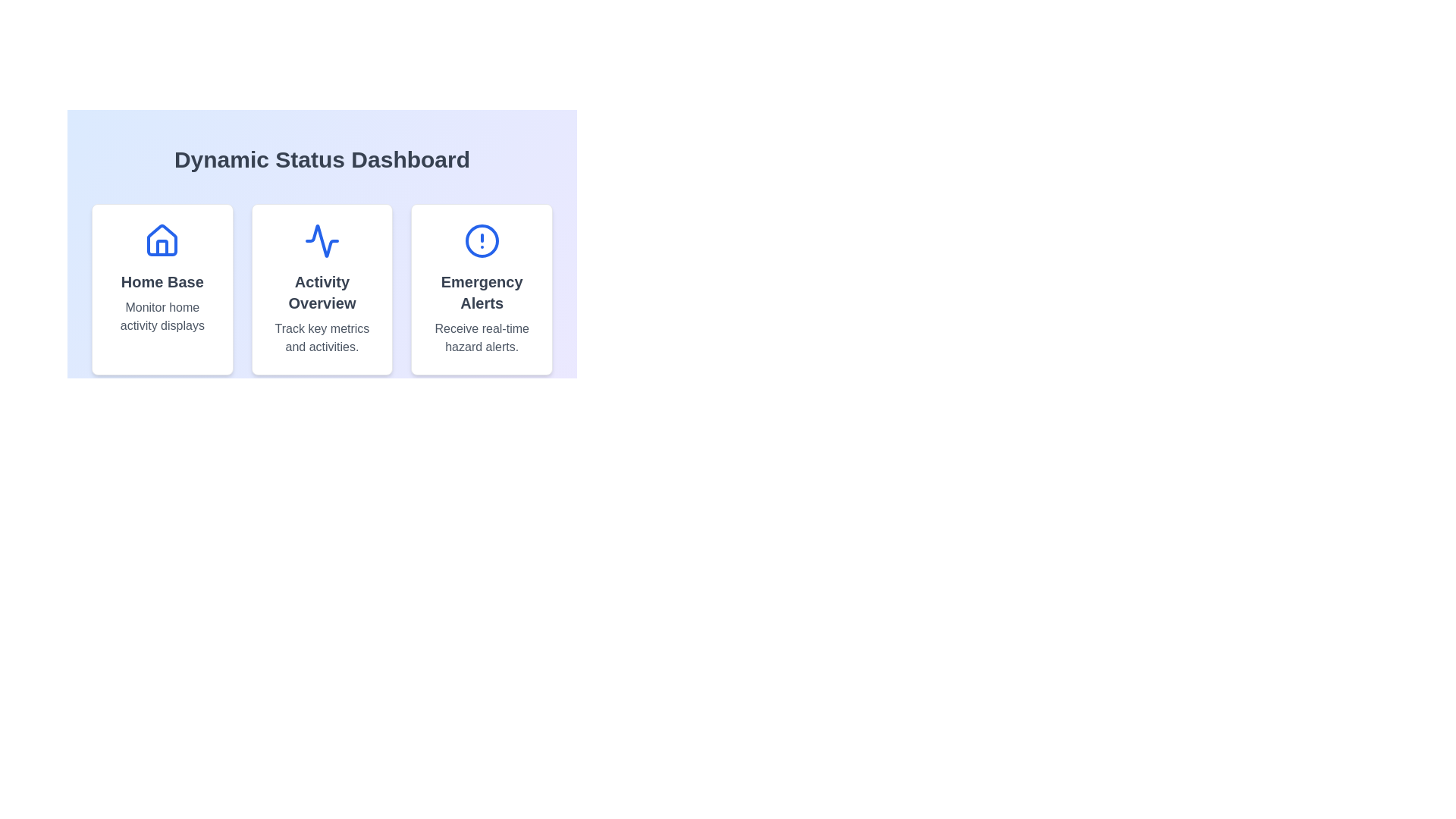  Describe the element at coordinates (162, 247) in the screenshot. I see `the blue door element located in the central lower section of the house icon within the 'Home Base' card under the 'Dynamic Status Dashboard' header` at that location.